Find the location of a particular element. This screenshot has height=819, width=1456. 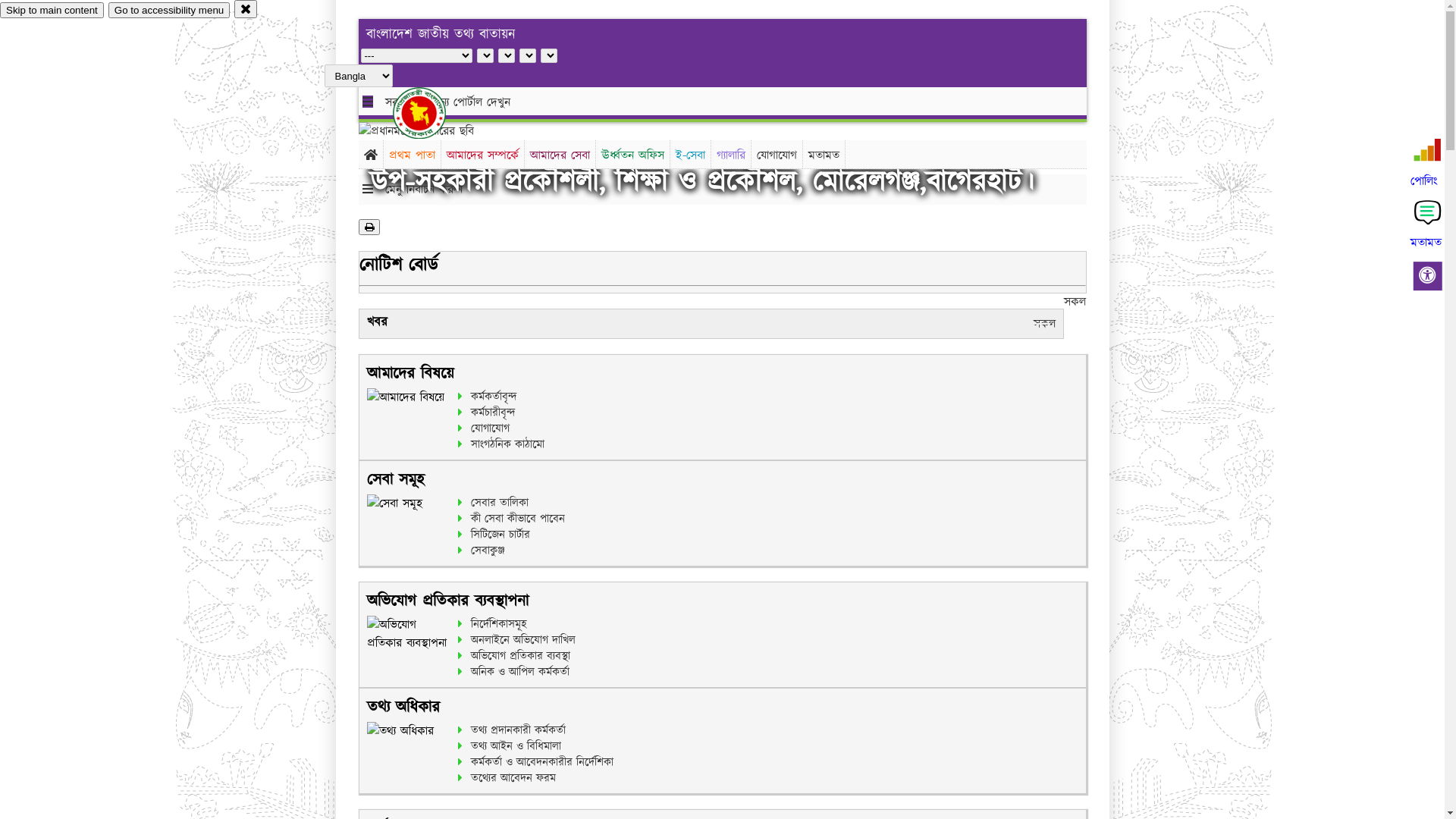

'Go to accessibility menu' is located at coordinates (168, 10).